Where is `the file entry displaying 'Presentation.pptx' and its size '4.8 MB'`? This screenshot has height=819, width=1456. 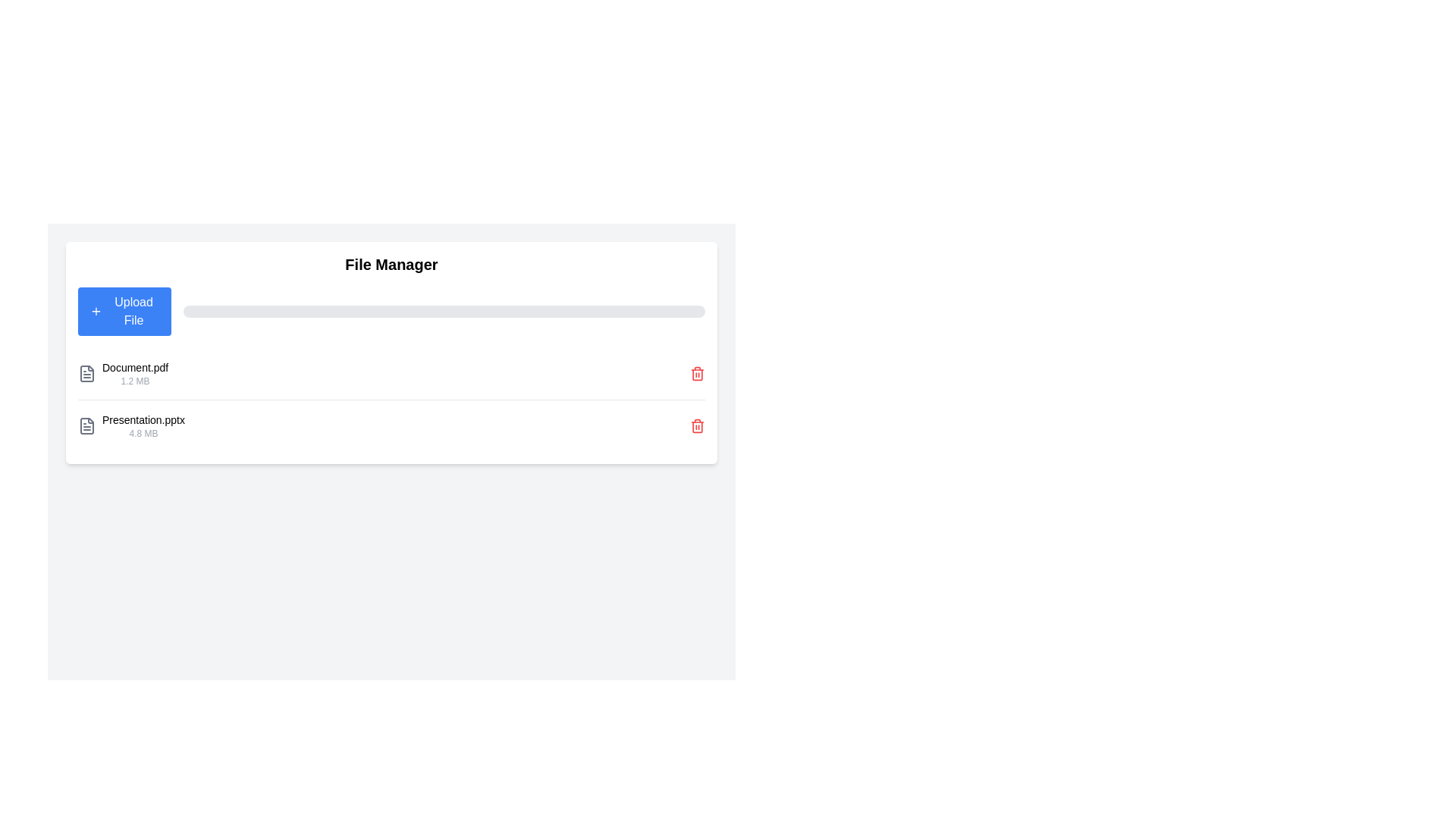 the file entry displaying 'Presentation.pptx' and its size '4.8 MB' is located at coordinates (143, 426).